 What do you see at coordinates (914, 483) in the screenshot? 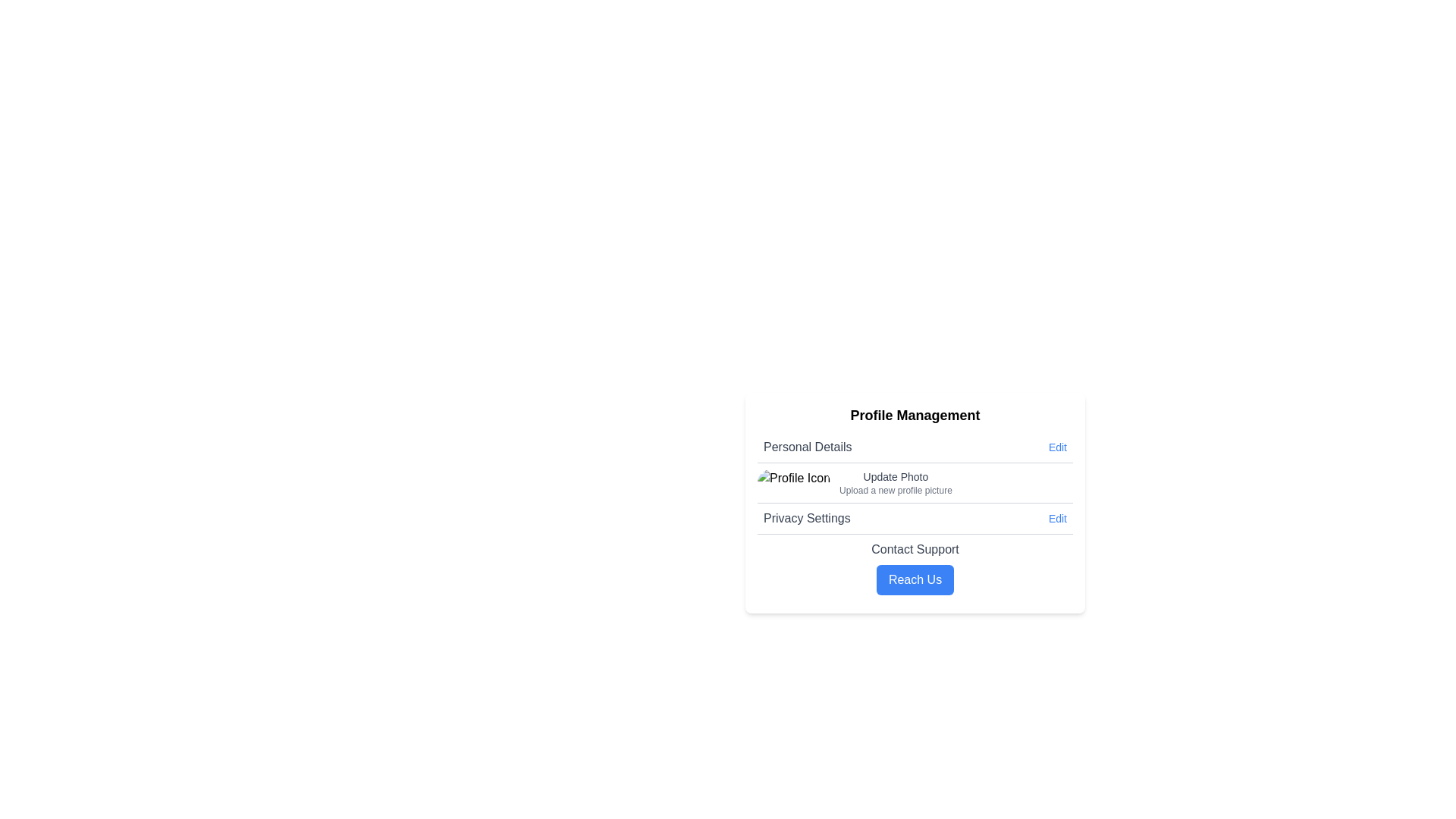
I see `the informational panel element featuring a circular profile icon and text that reads 'Update Photo' and 'Upload a new profile picture'` at bounding box center [914, 483].